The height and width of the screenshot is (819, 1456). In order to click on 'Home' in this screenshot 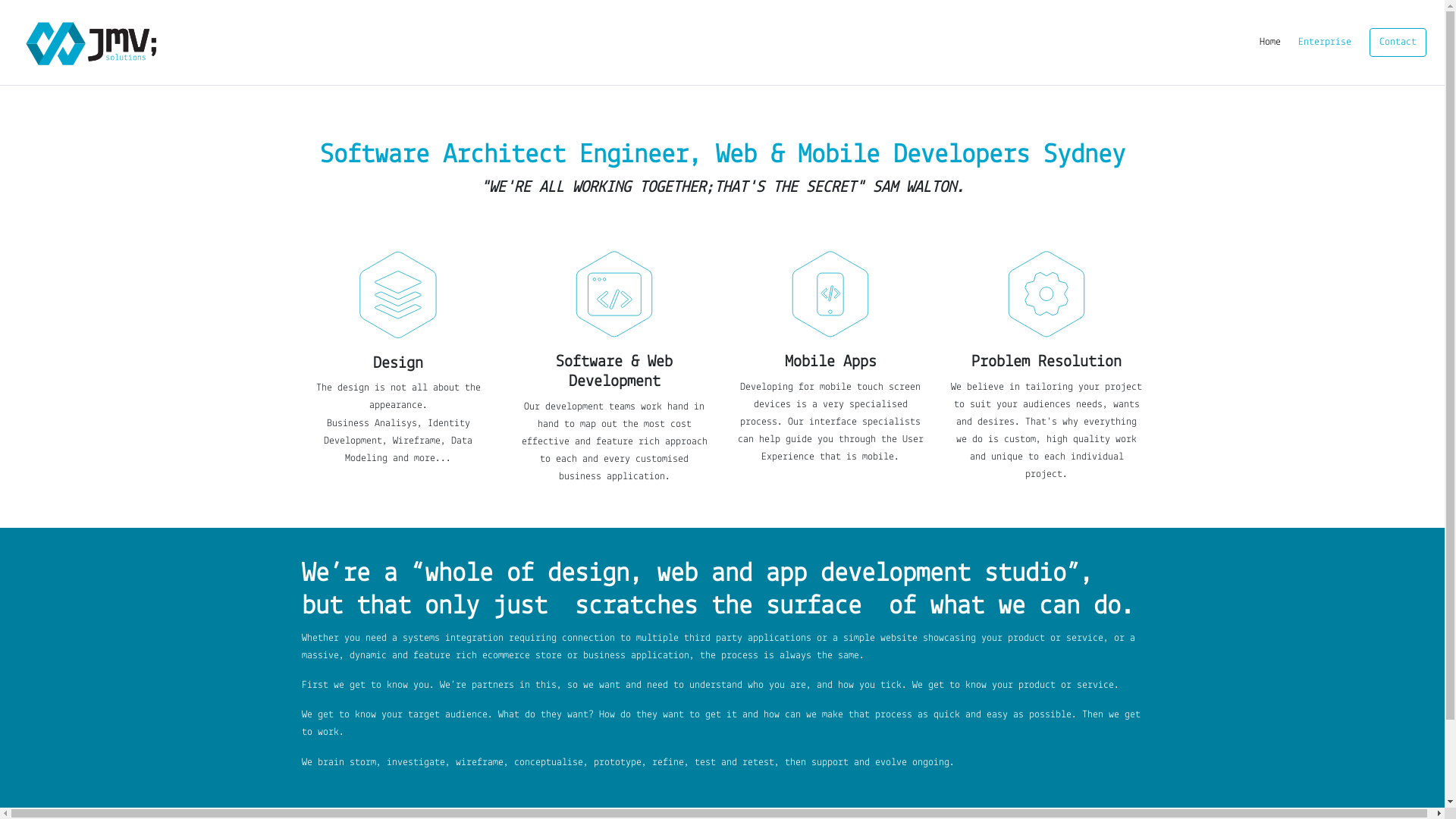, I will do `click(1270, 41)`.